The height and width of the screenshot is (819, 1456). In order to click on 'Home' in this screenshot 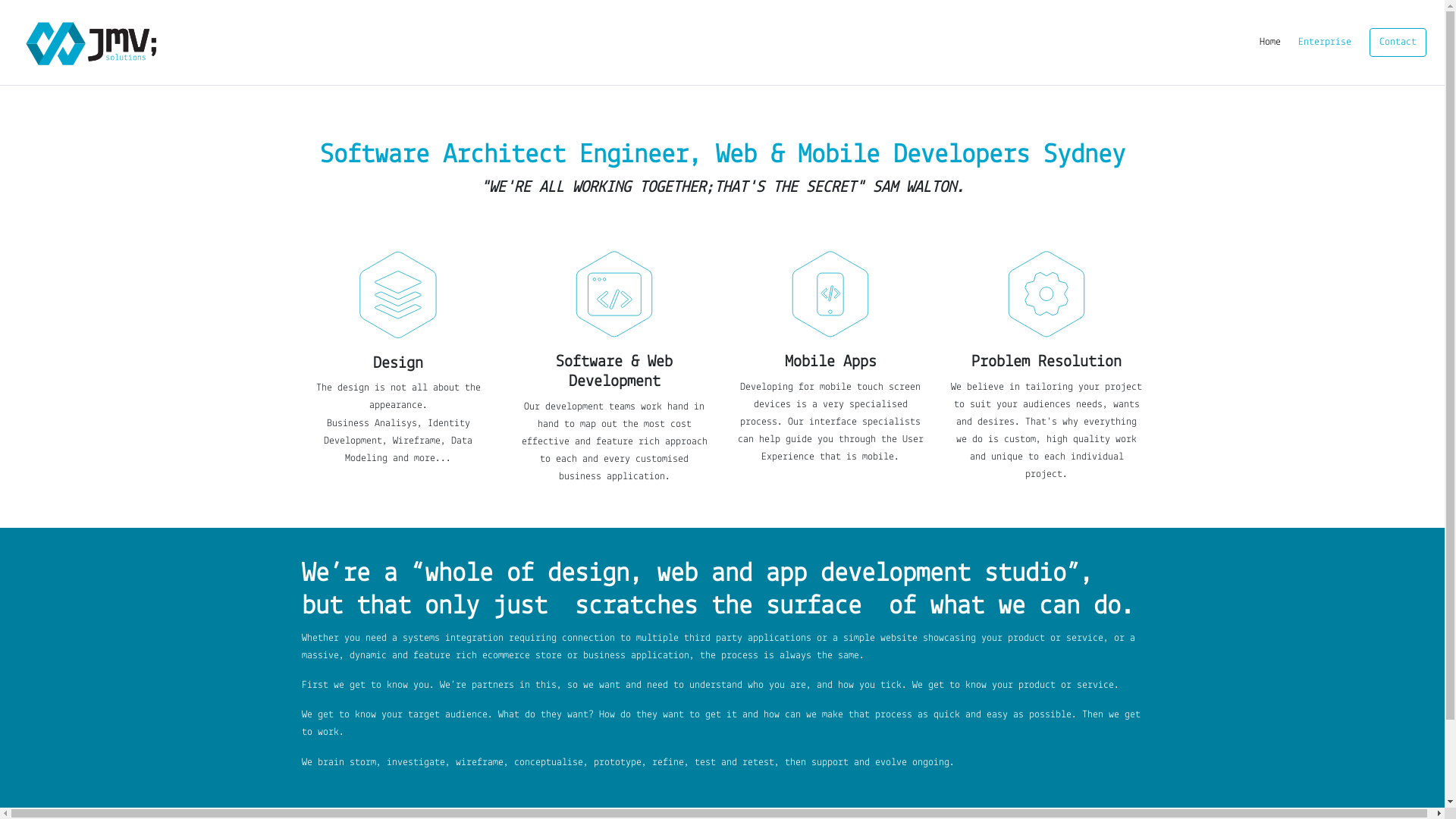, I will do `click(1270, 41)`.